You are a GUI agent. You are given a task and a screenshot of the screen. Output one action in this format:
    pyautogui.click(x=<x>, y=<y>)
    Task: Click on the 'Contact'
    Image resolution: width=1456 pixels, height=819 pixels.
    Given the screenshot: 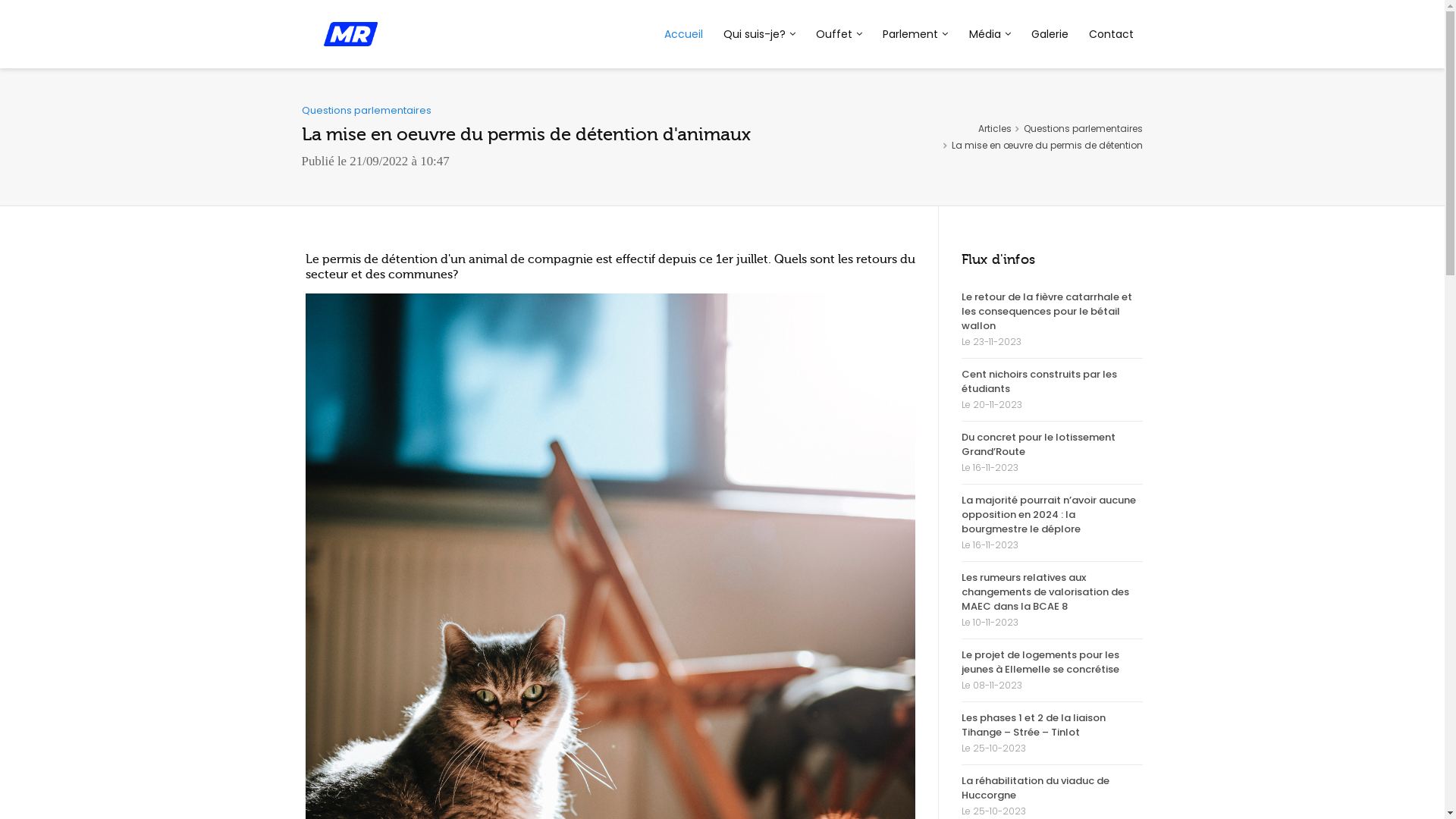 What is the action you would take?
    pyautogui.click(x=1110, y=34)
    